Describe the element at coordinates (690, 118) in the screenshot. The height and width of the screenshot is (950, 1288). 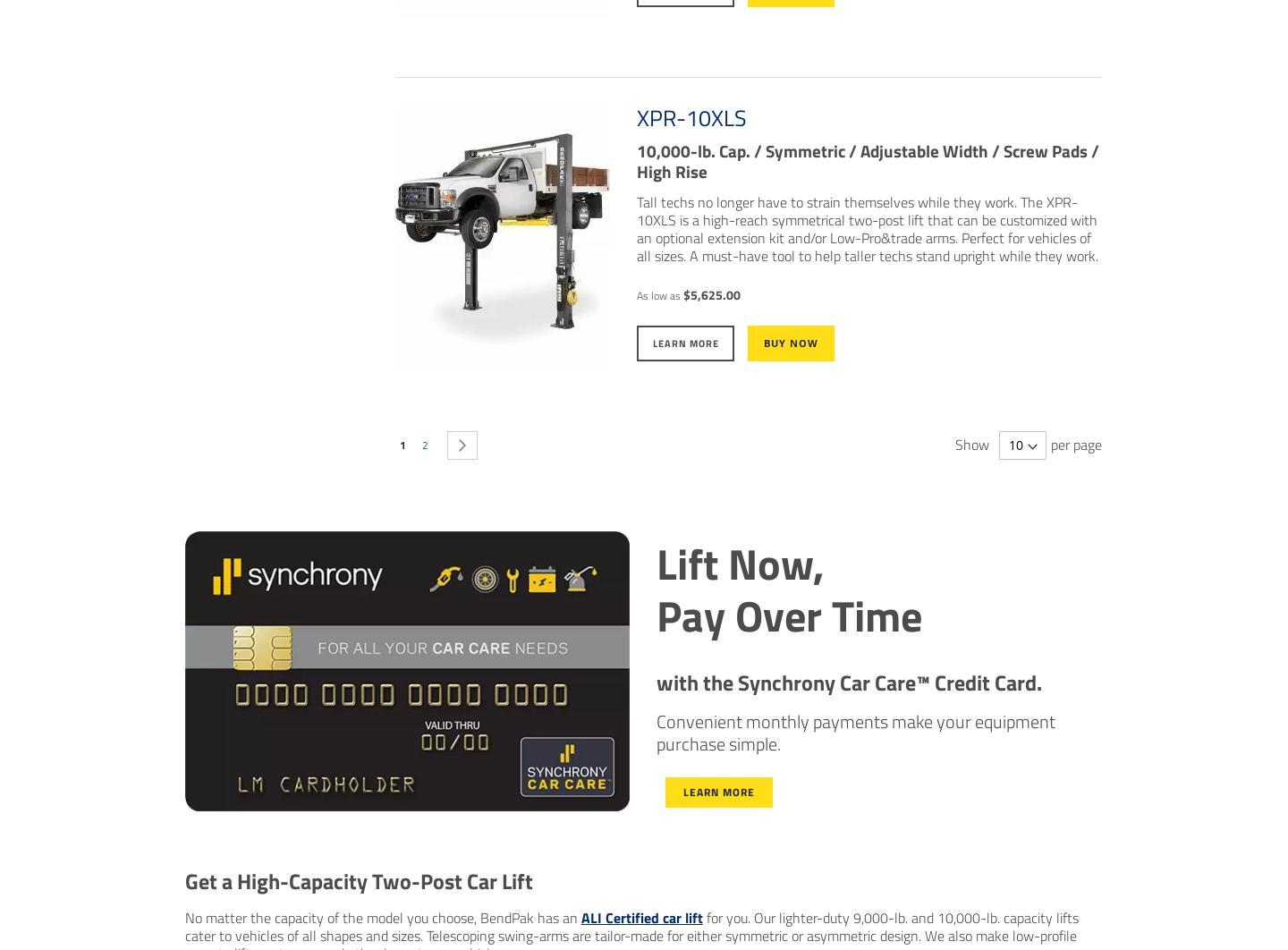
I see `'XPR-10XLS'` at that location.